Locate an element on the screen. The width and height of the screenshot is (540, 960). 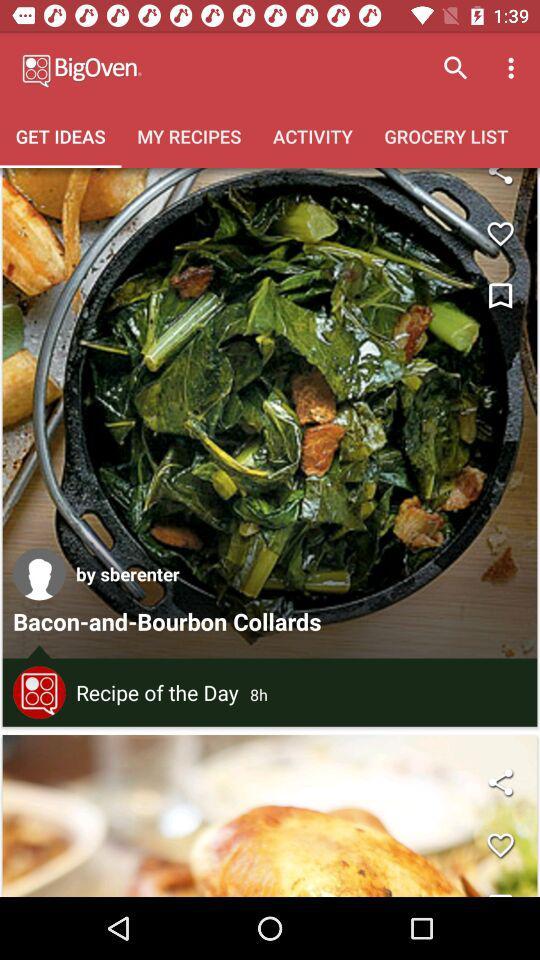
click share is located at coordinates (499, 182).